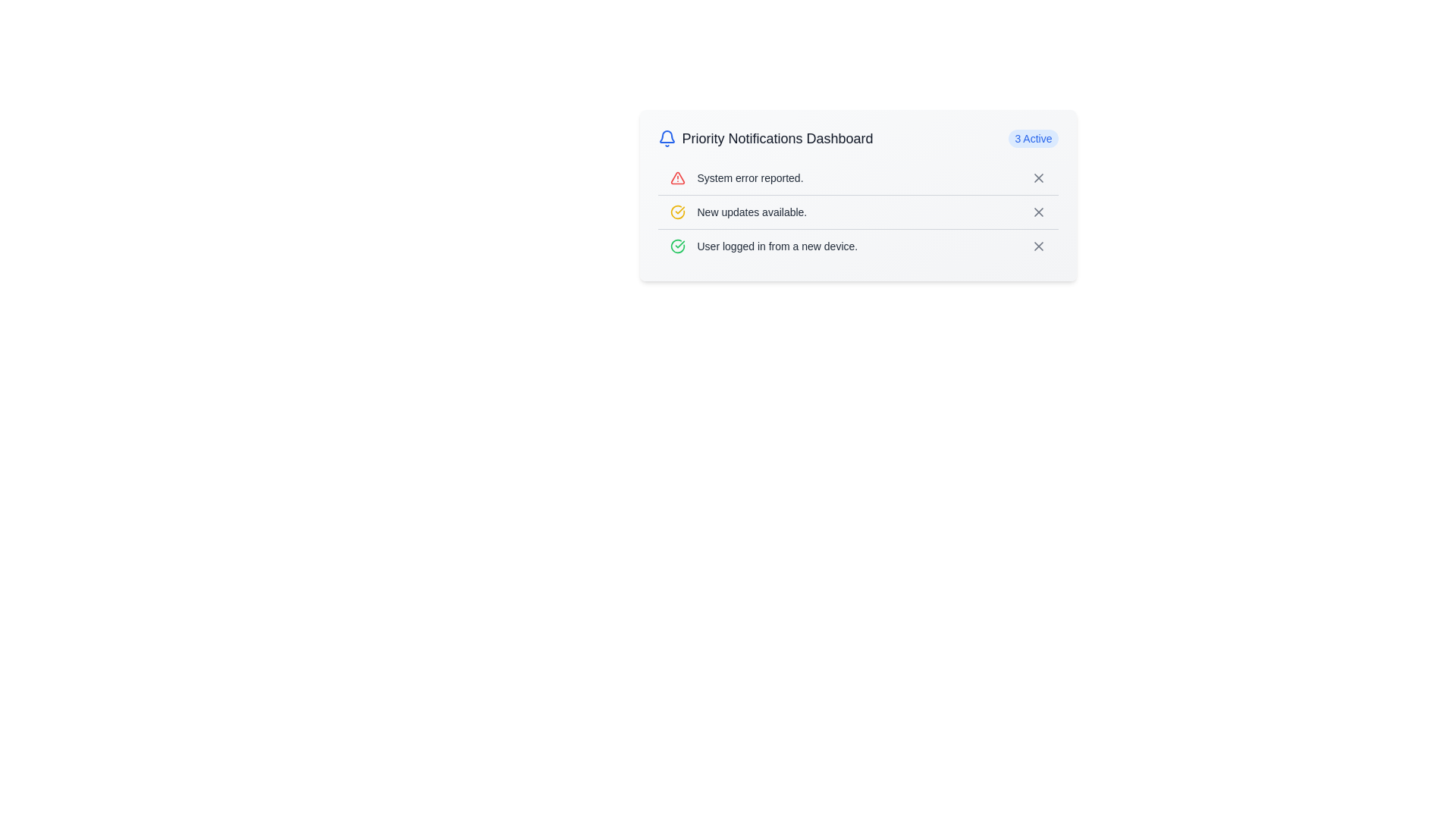  What do you see at coordinates (1037, 212) in the screenshot?
I see `the dismiss button represented by a cross (X) icon` at bounding box center [1037, 212].